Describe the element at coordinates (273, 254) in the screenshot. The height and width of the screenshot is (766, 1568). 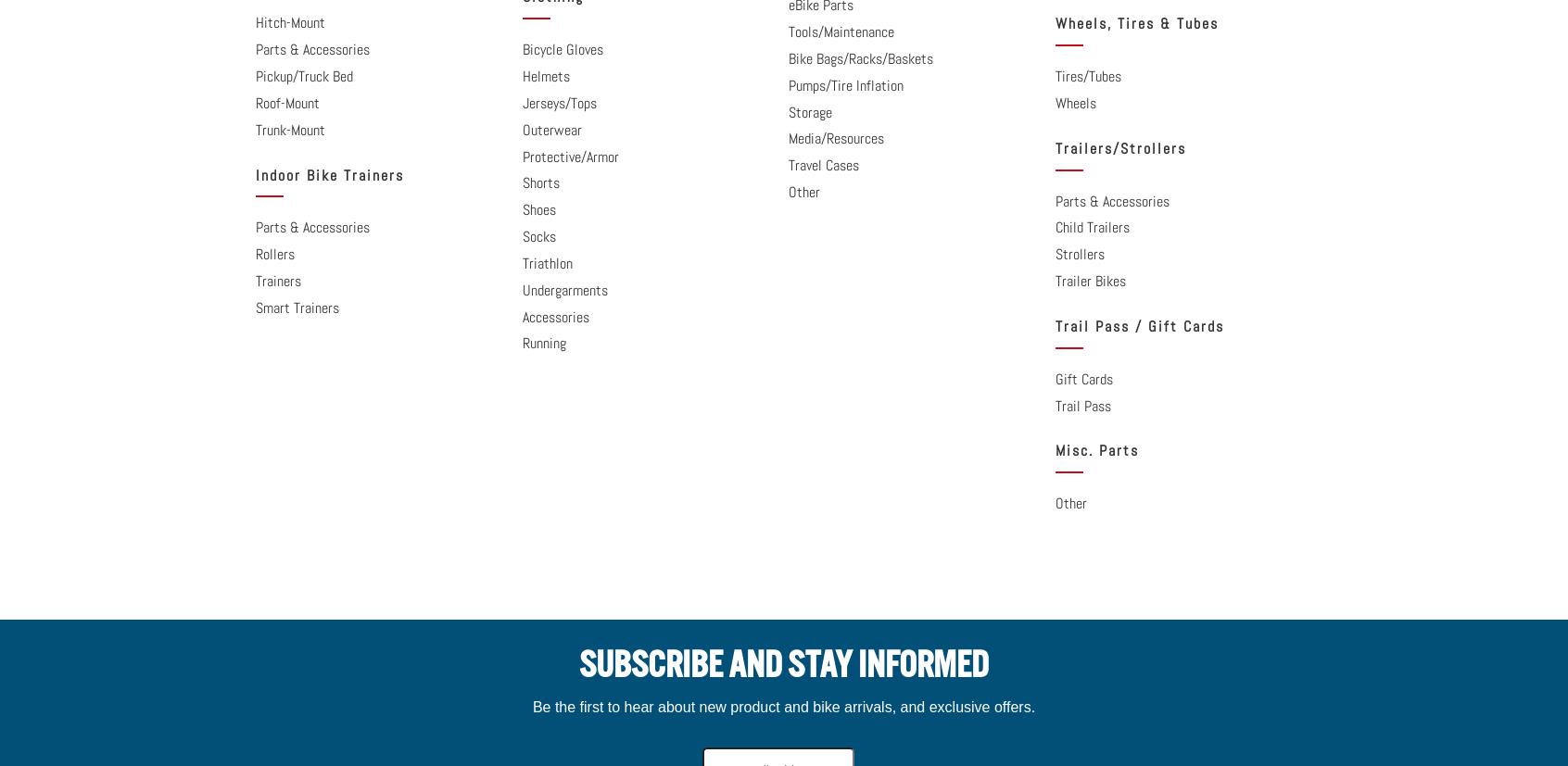
I see `'Rollers'` at that location.